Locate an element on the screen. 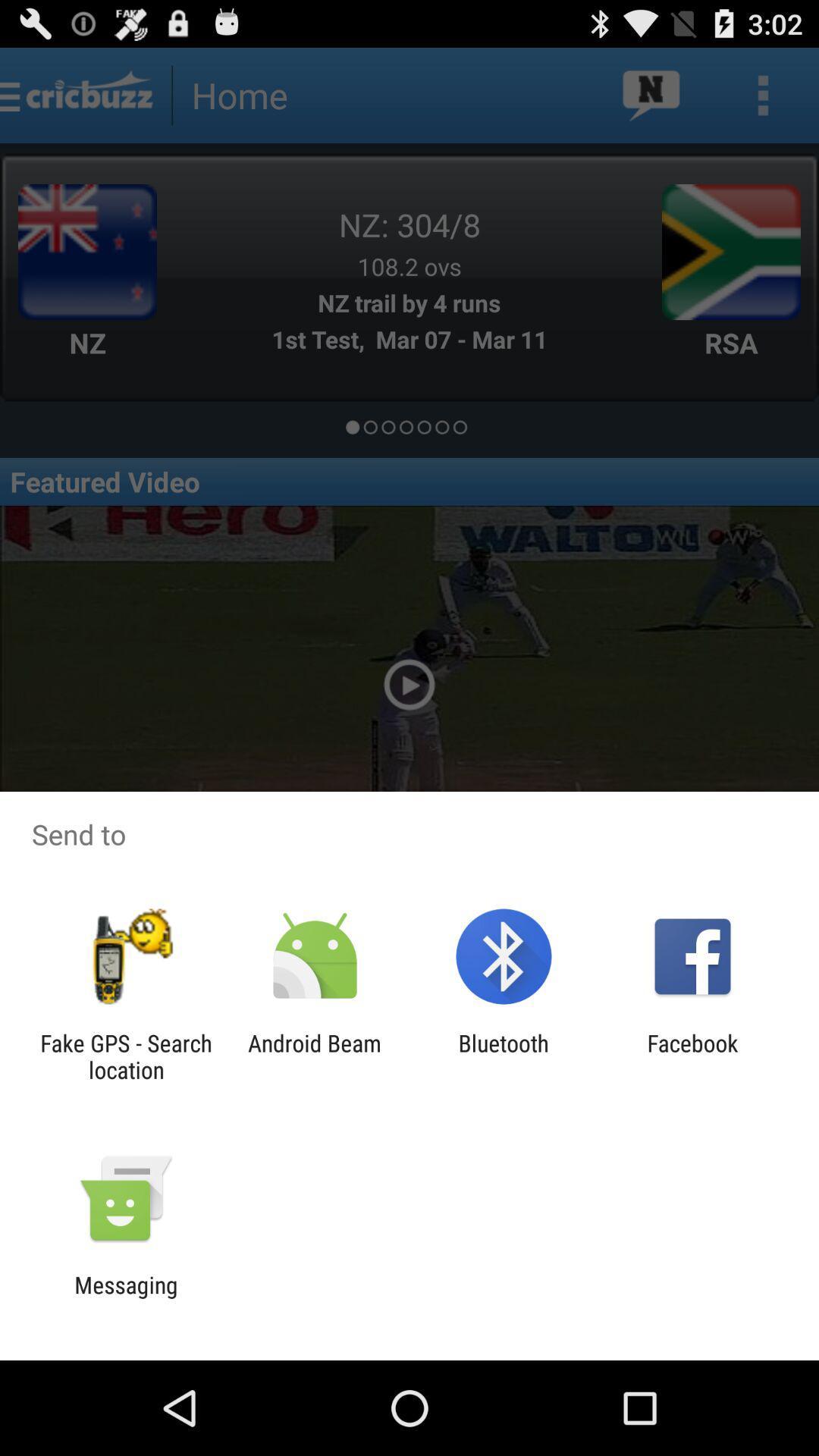  bluetooth item is located at coordinates (504, 1056).